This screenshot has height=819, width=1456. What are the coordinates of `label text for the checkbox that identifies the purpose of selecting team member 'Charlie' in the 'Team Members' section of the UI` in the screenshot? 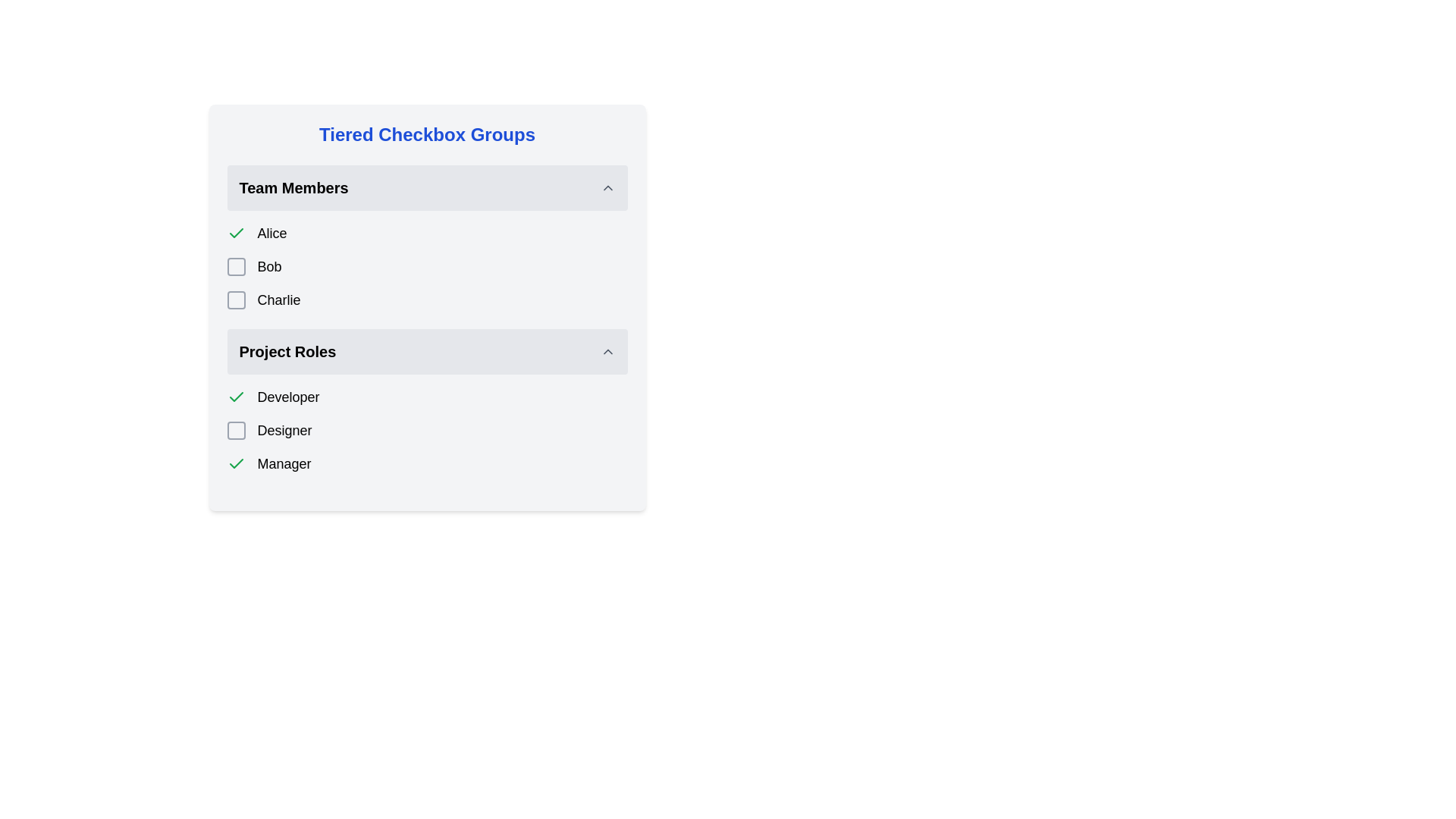 It's located at (279, 300).